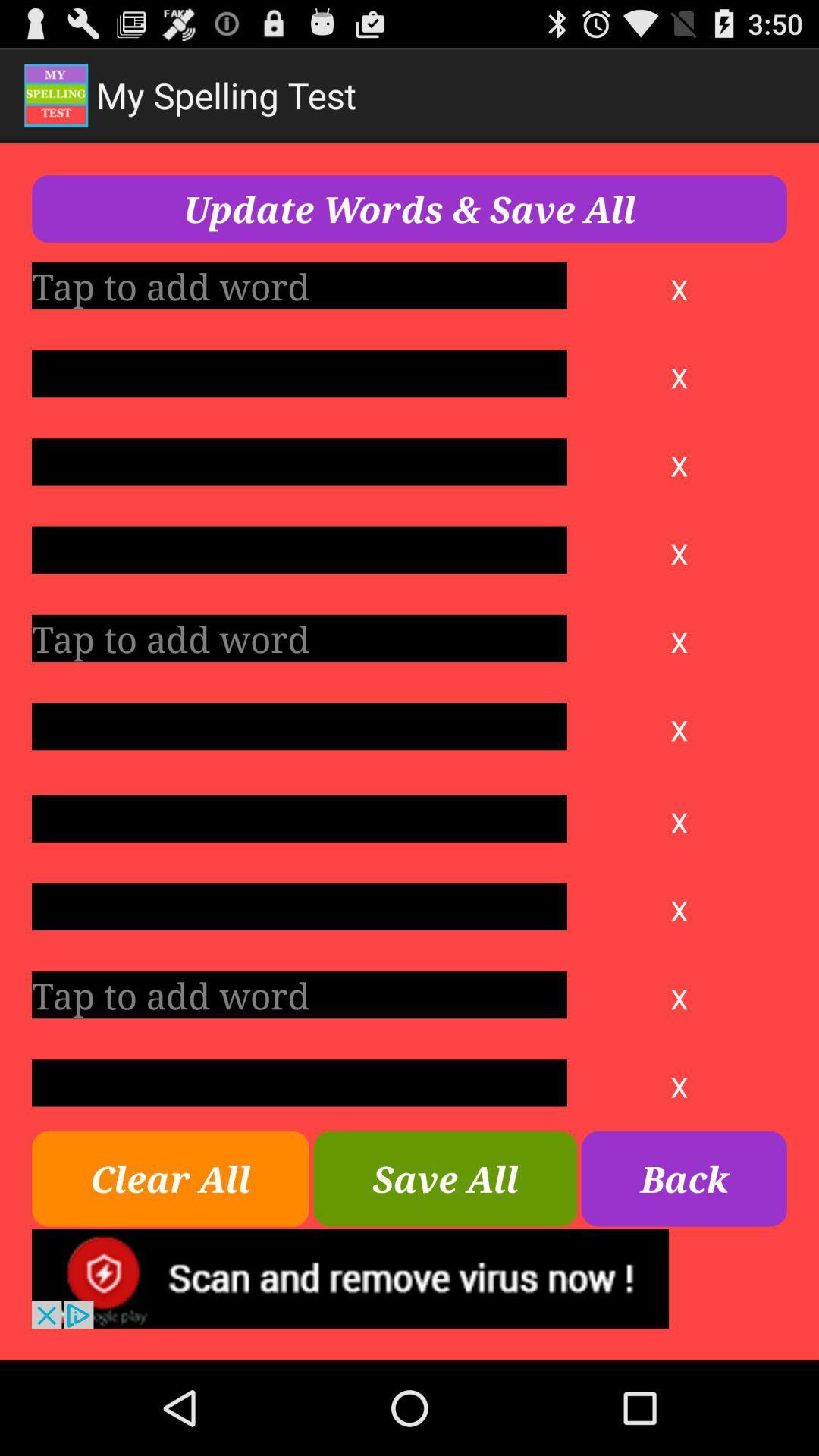 The height and width of the screenshot is (1456, 819). I want to click on tap to add word, so click(299, 461).